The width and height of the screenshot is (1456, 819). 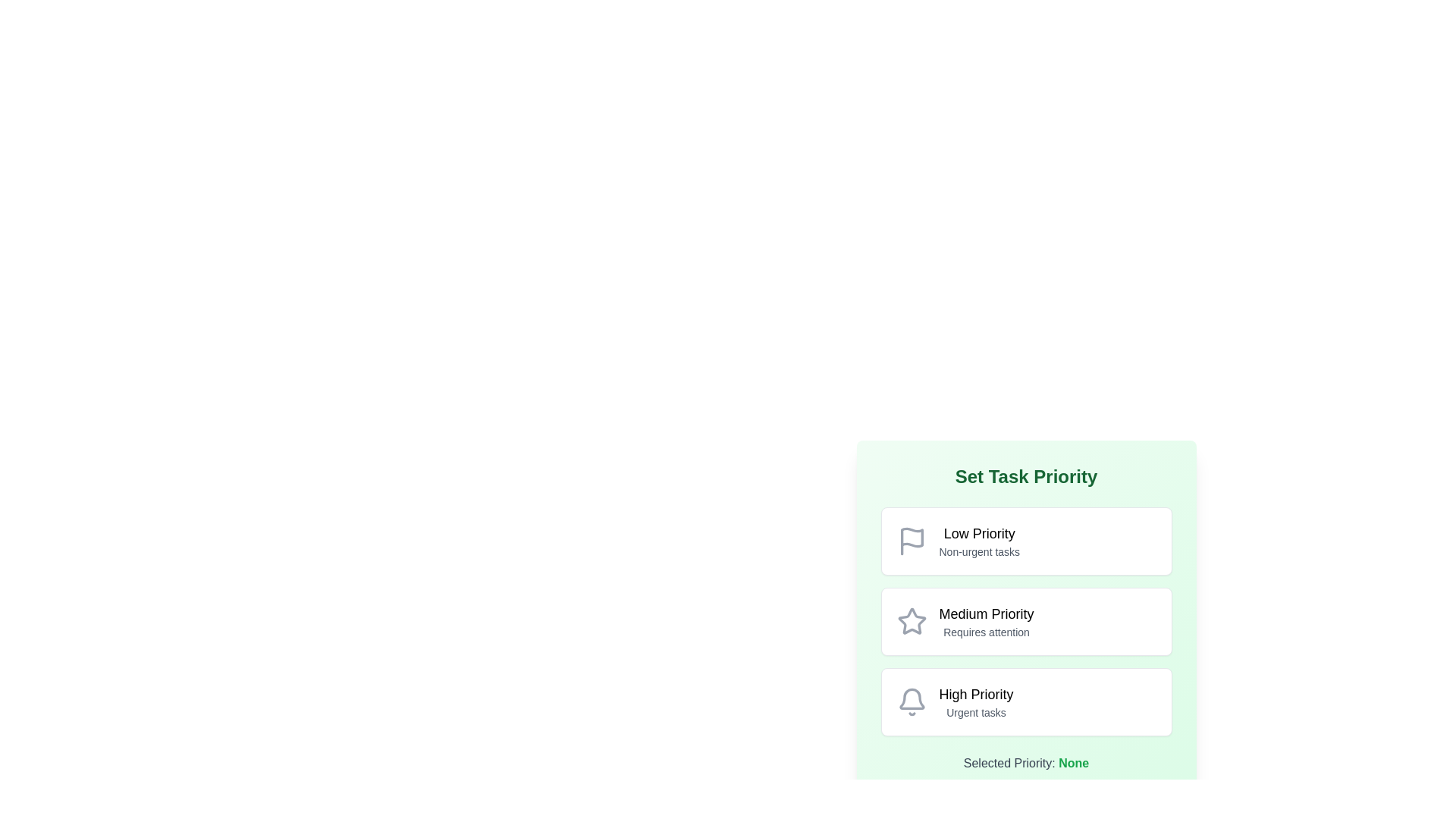 What do you see at coordinates (1026, 619) in the screenshot?
I see `and interpret the descriptions for each priority level in the 'Set Task Priority' interactive panel, which includes 'Low Priority', 'Medium Priority', and 'High Priority'` at bounding box center [1026, 619].